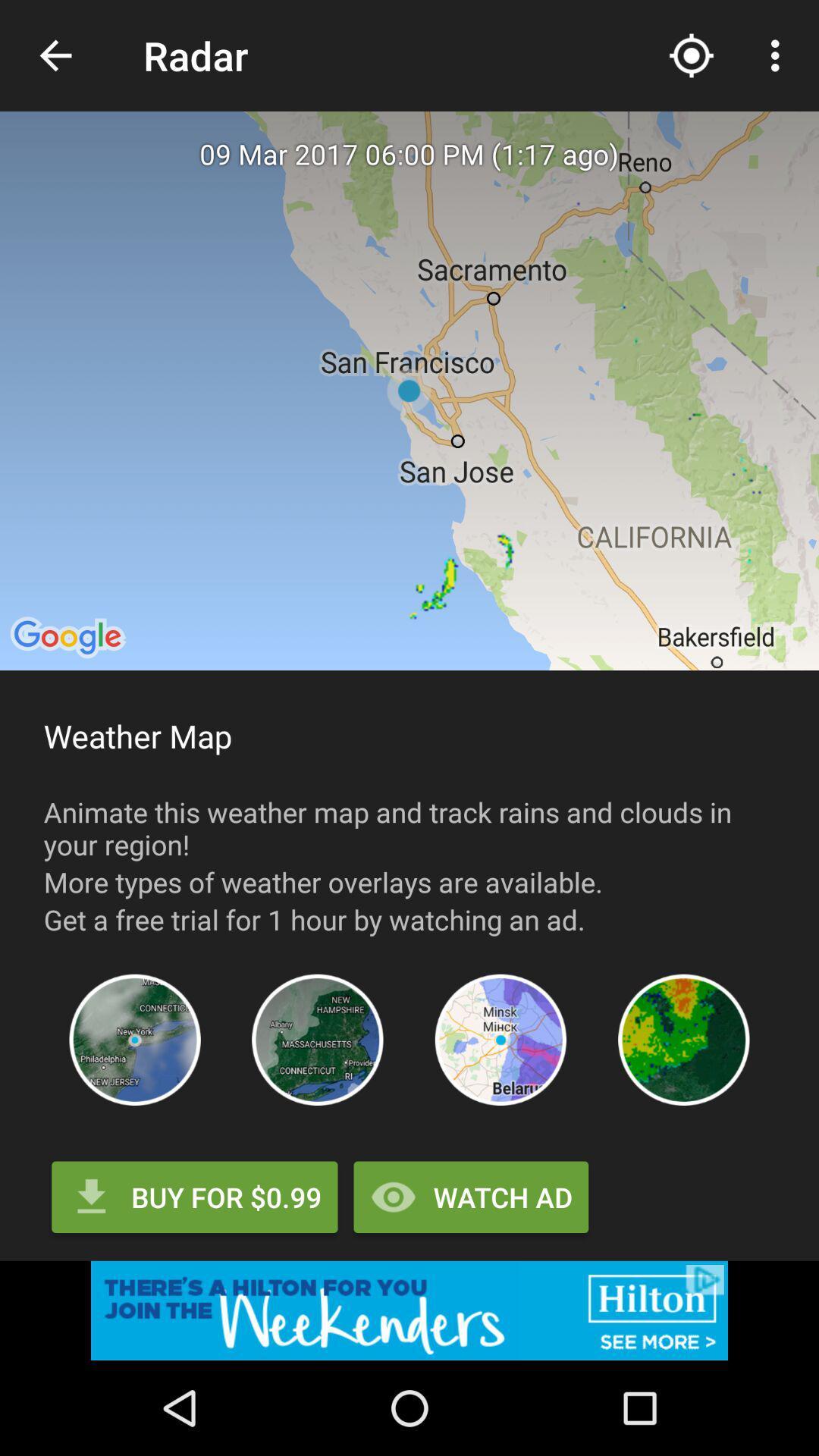 The width and height of the screenshot is (819, 1456). Describe the element at coordinates (776, 42) in the screenshot. I see `the more icon` at that location.